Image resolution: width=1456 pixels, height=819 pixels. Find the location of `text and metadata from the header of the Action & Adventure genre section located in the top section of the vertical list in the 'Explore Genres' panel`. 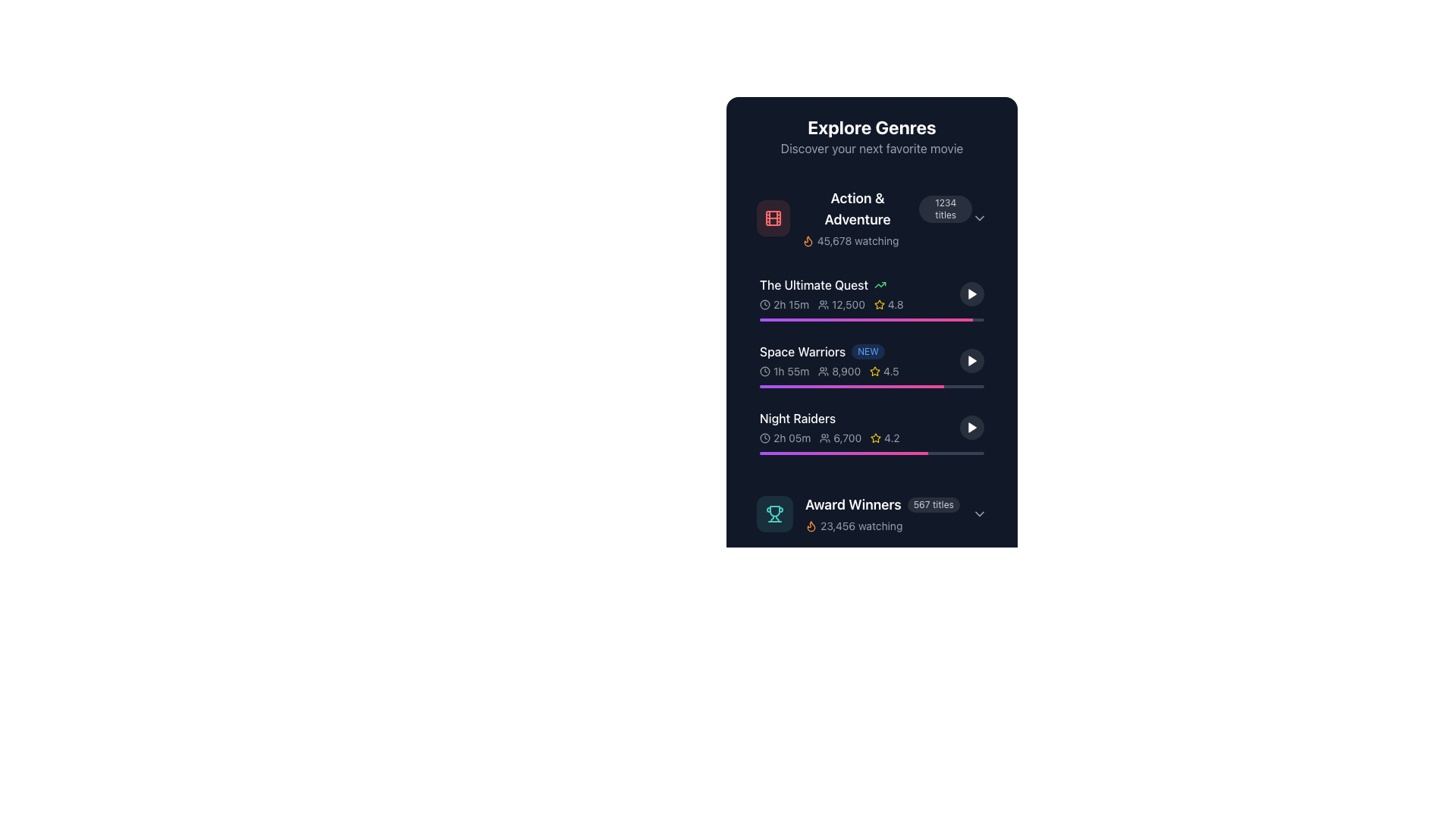

text and metadata from the header of the Action & Adventure genre section located in the top section of the vertical list in the 'Explore Genres' panel is located at coordinates (886, 218).